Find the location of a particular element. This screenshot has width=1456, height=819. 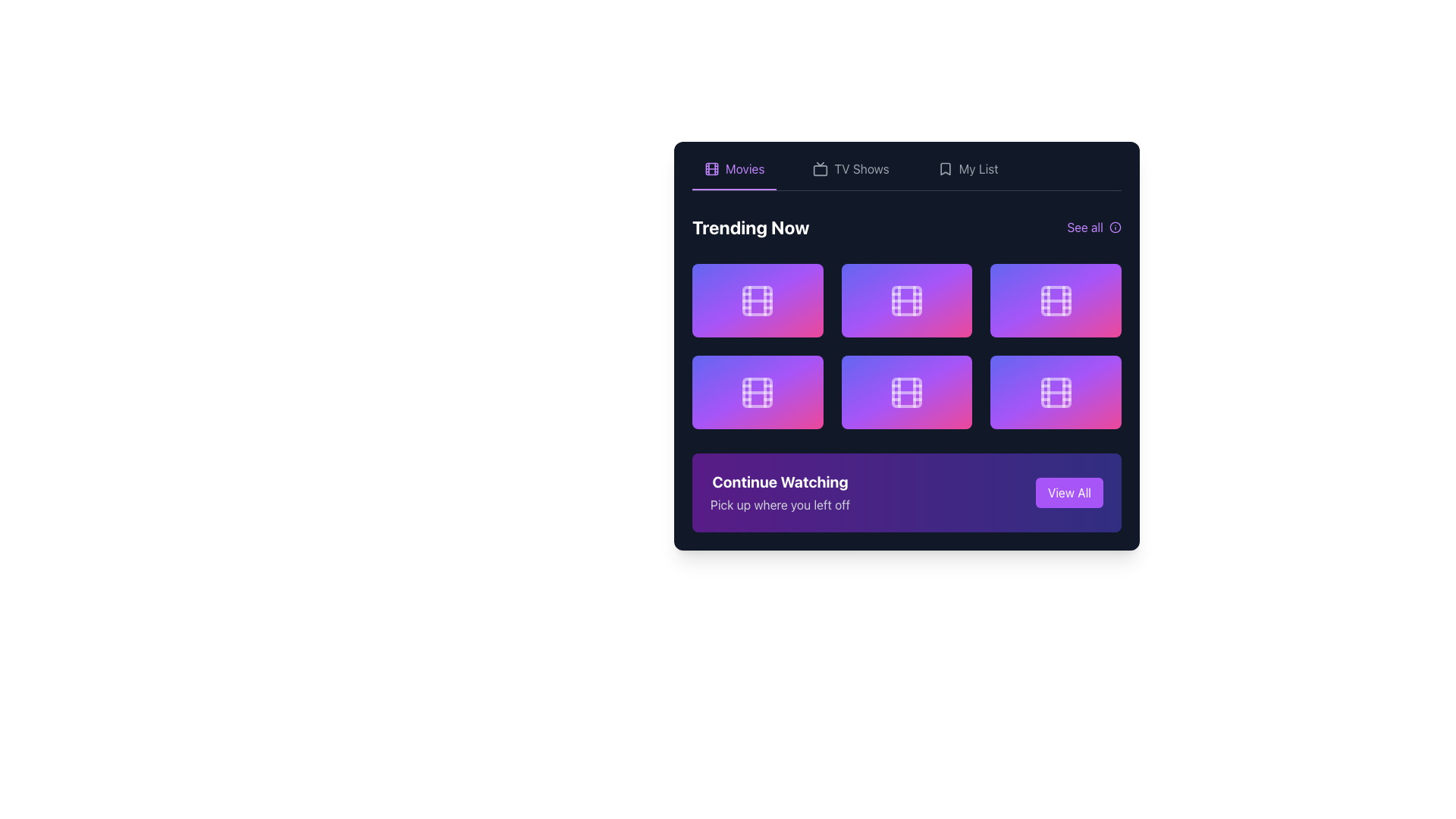

the circular graphical component within the SVG that serves as an icon for additional information, located at the top-right corner of the interface adjacent to the 'See all' text label is located at coordinates (1115, 227).